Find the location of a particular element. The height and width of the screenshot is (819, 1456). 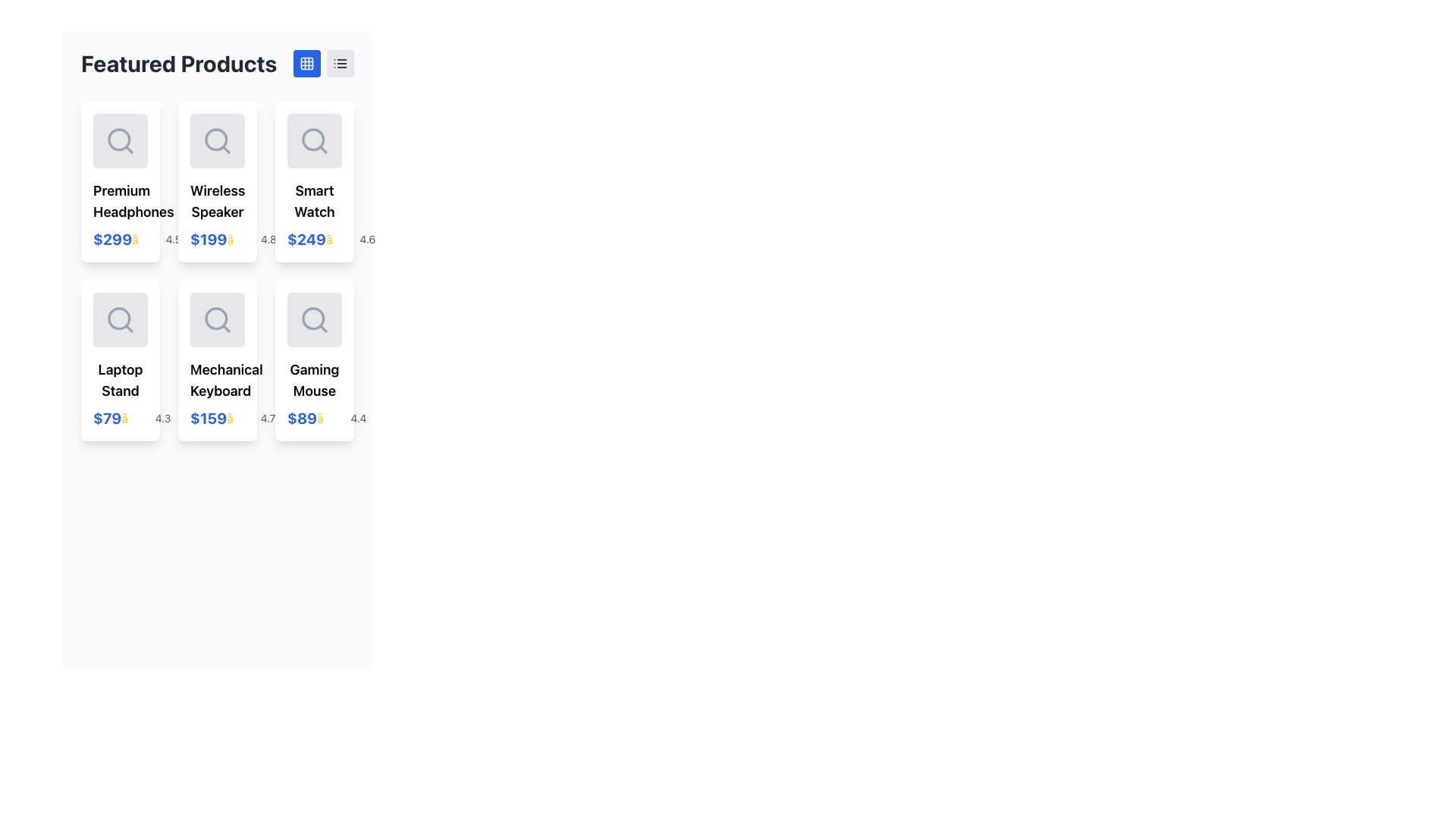

the button located at the upper-right corner of the main section, which toggles a list view layout for displayed items is located at coordinates (340, 63).